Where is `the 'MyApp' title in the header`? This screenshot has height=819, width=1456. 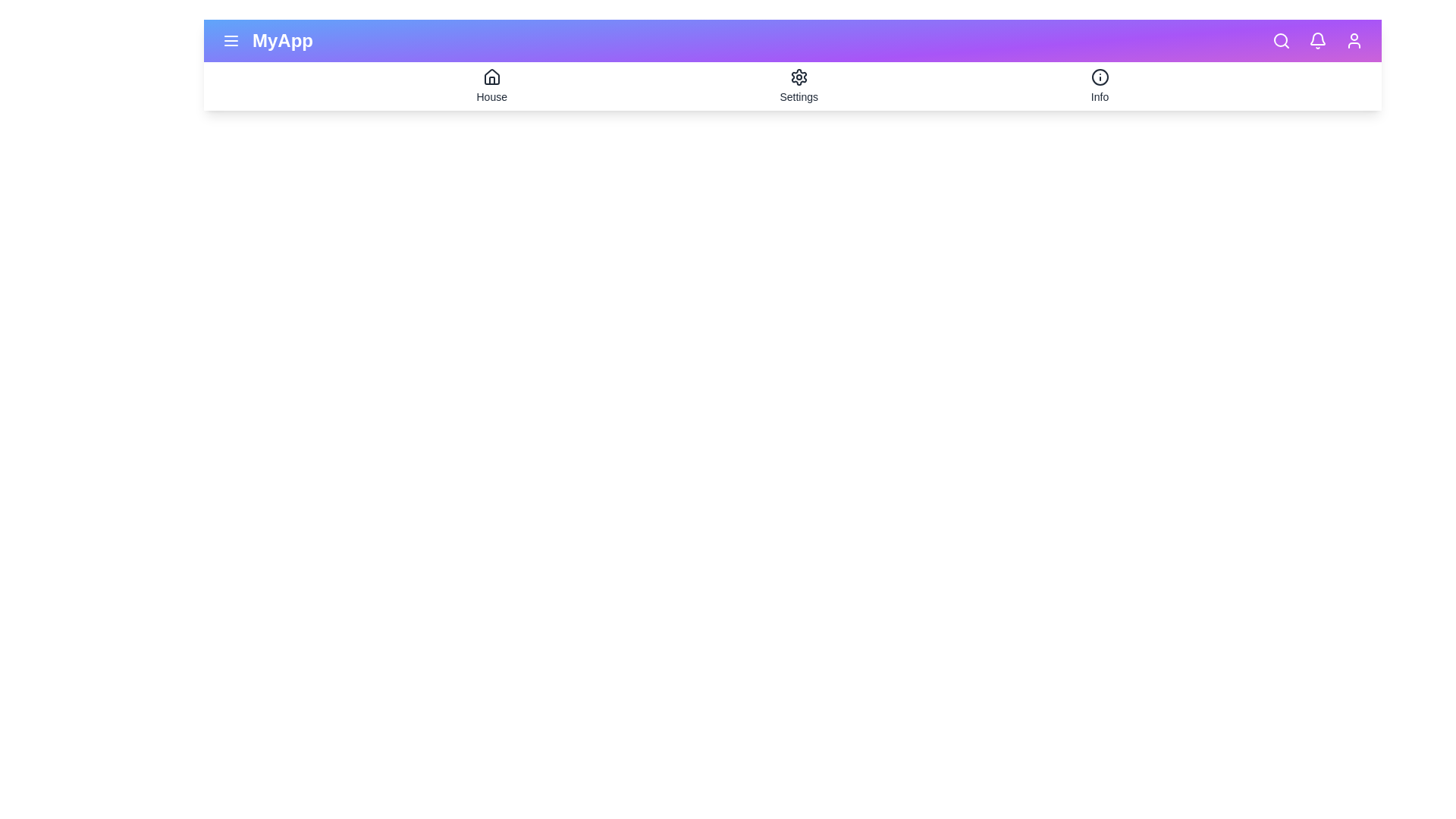 the 'MyApp' title in the header is located at coordinates (283, 40).